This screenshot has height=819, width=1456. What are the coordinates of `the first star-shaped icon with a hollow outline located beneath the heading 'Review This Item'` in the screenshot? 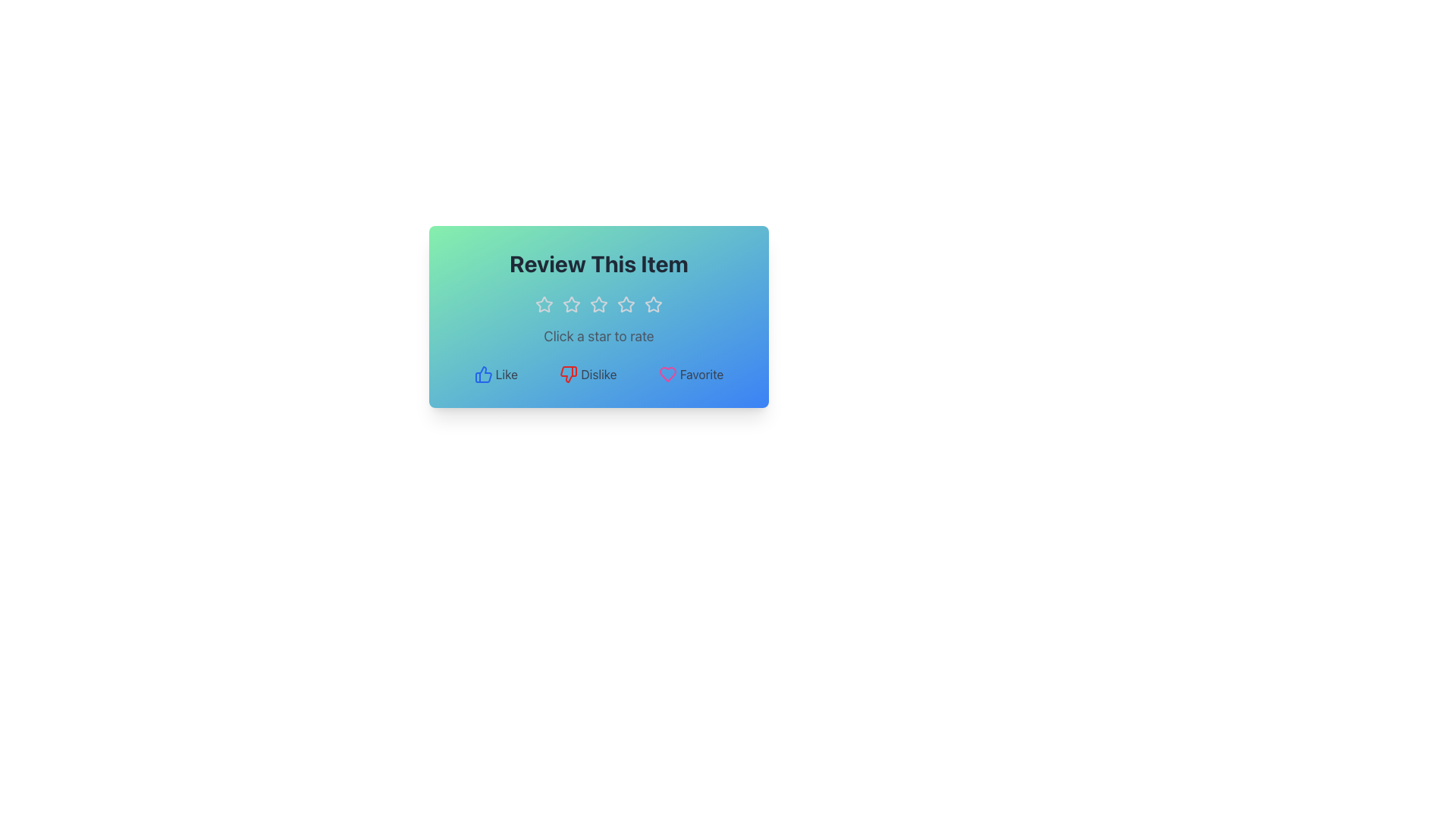 It's located at (570, 304).